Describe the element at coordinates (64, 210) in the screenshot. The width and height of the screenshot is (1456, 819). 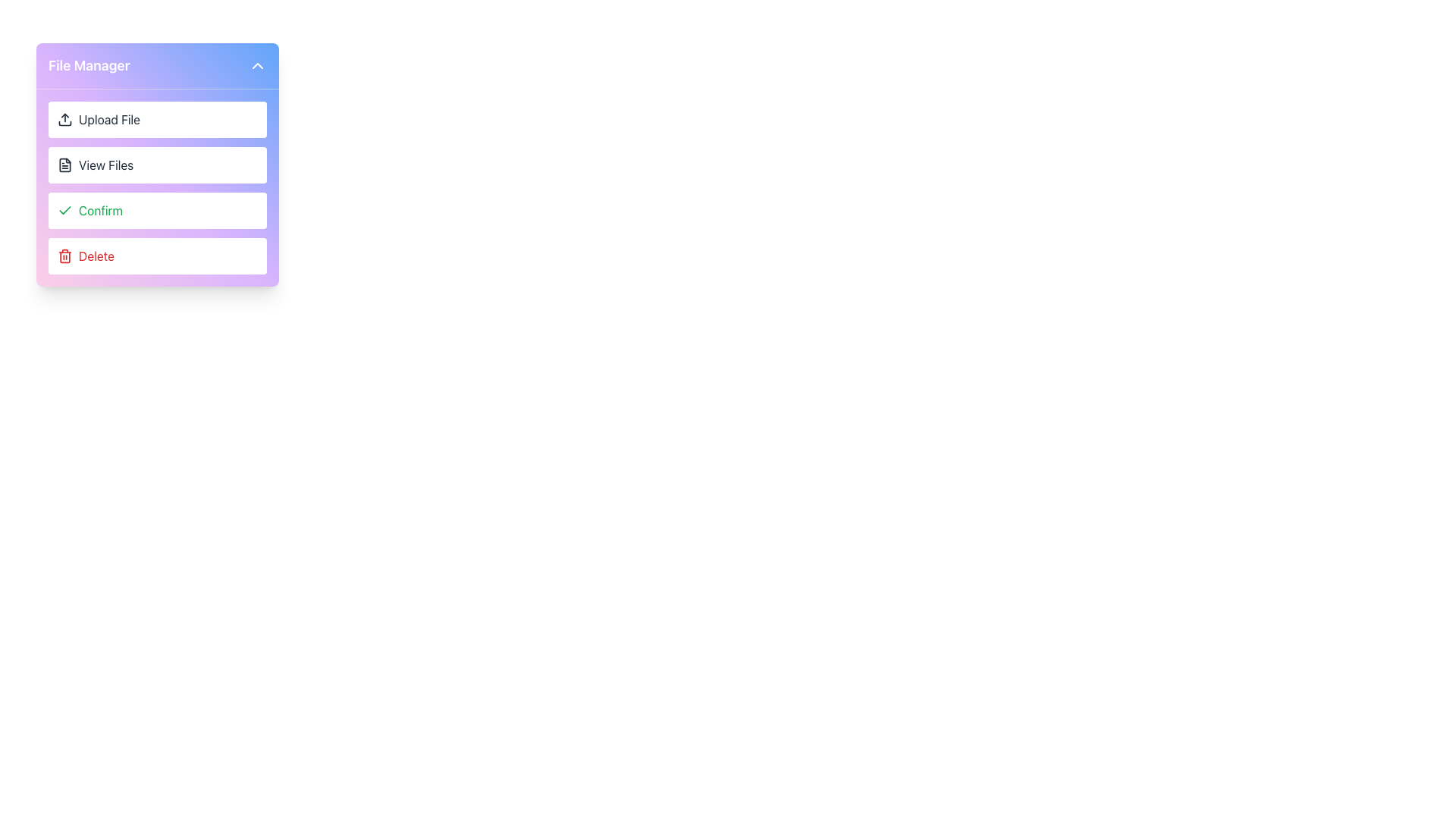
I see `the green checkmark icon adjacent to the 'Confirm' label in the 'File Manager' section` at that location.